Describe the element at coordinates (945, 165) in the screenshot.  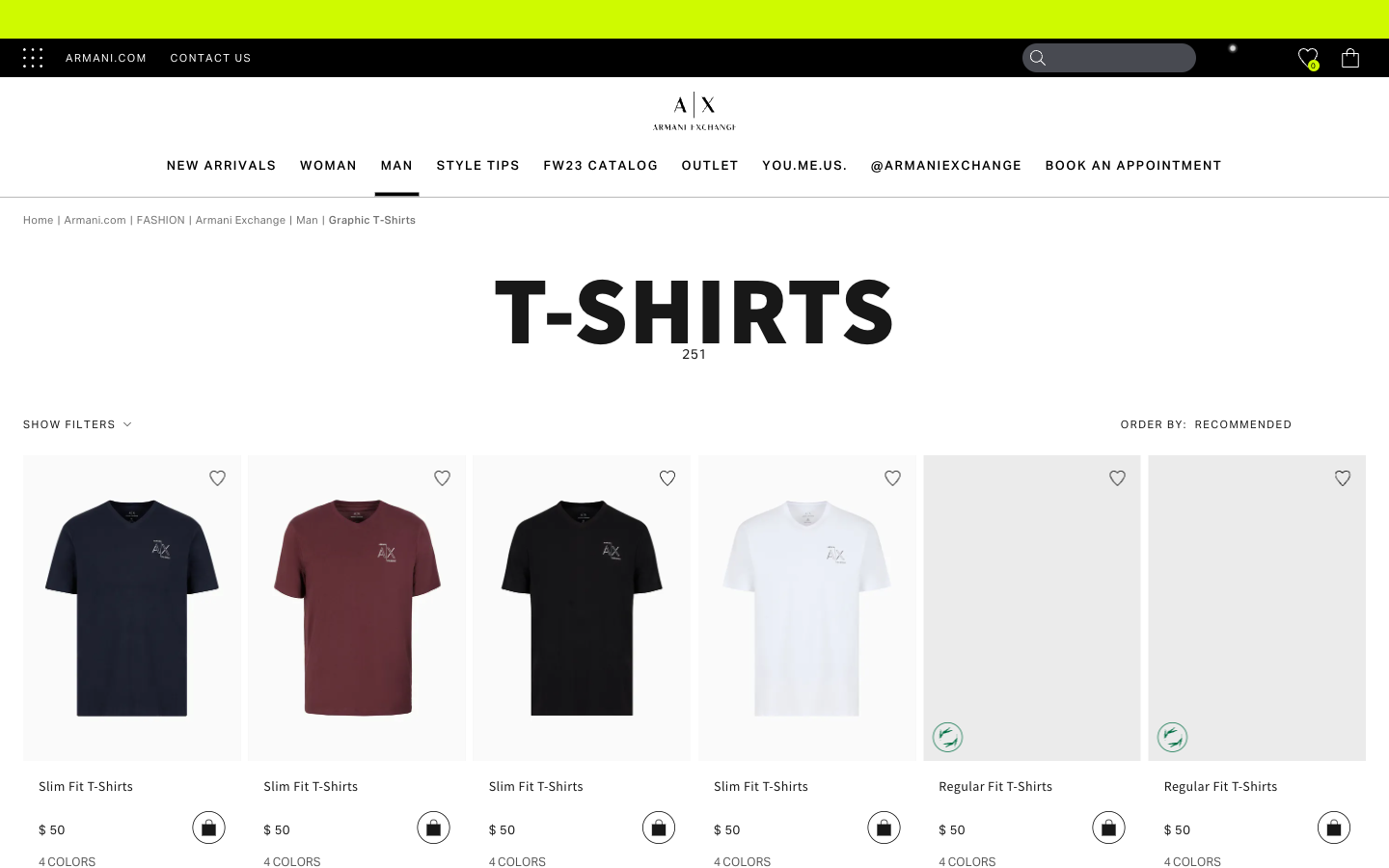
I see `the @ArmaniExchange tab by clicking on it from the top menu` at that location.